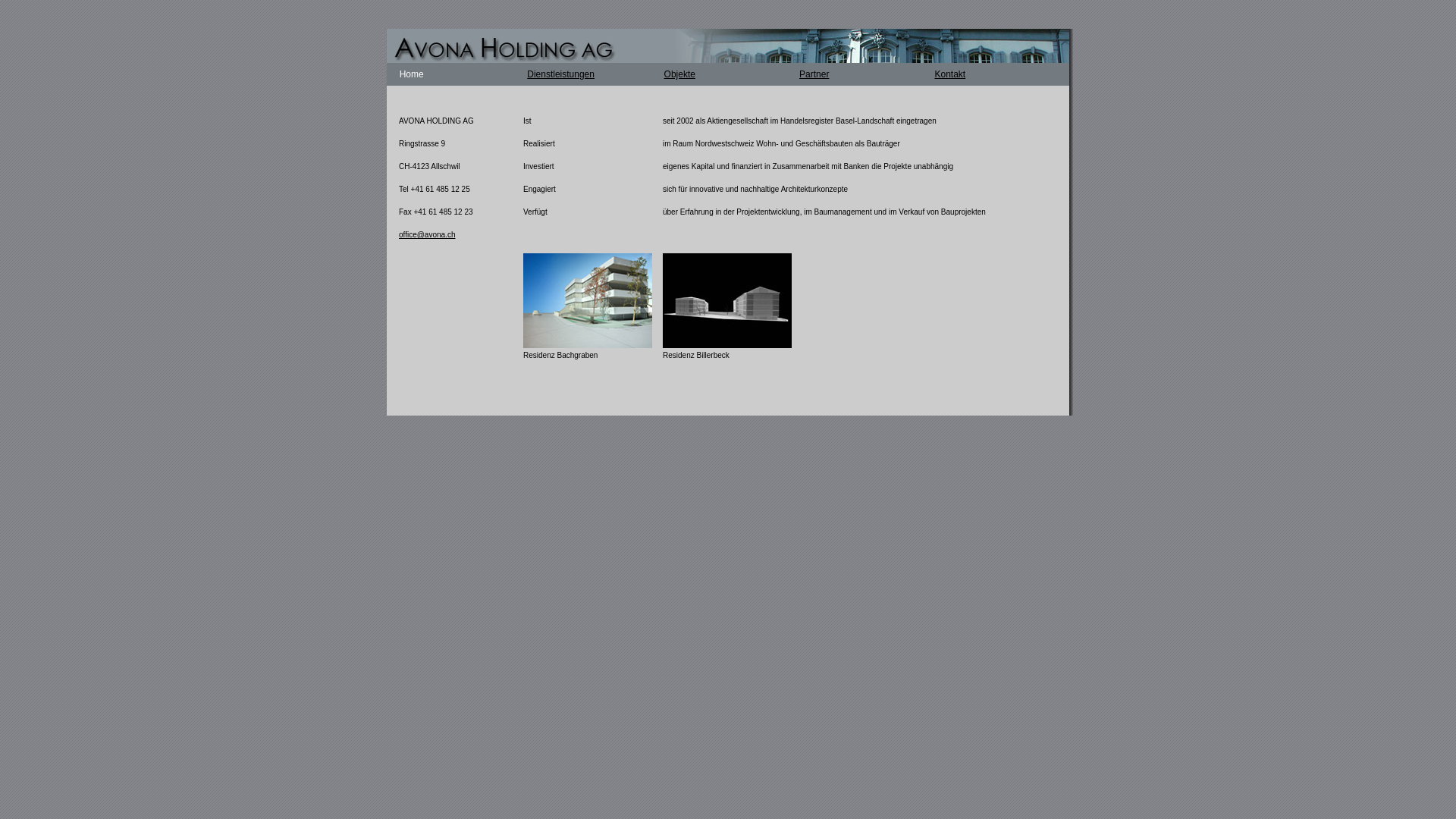  I want to click on 'Objekte', so click(679, 74).